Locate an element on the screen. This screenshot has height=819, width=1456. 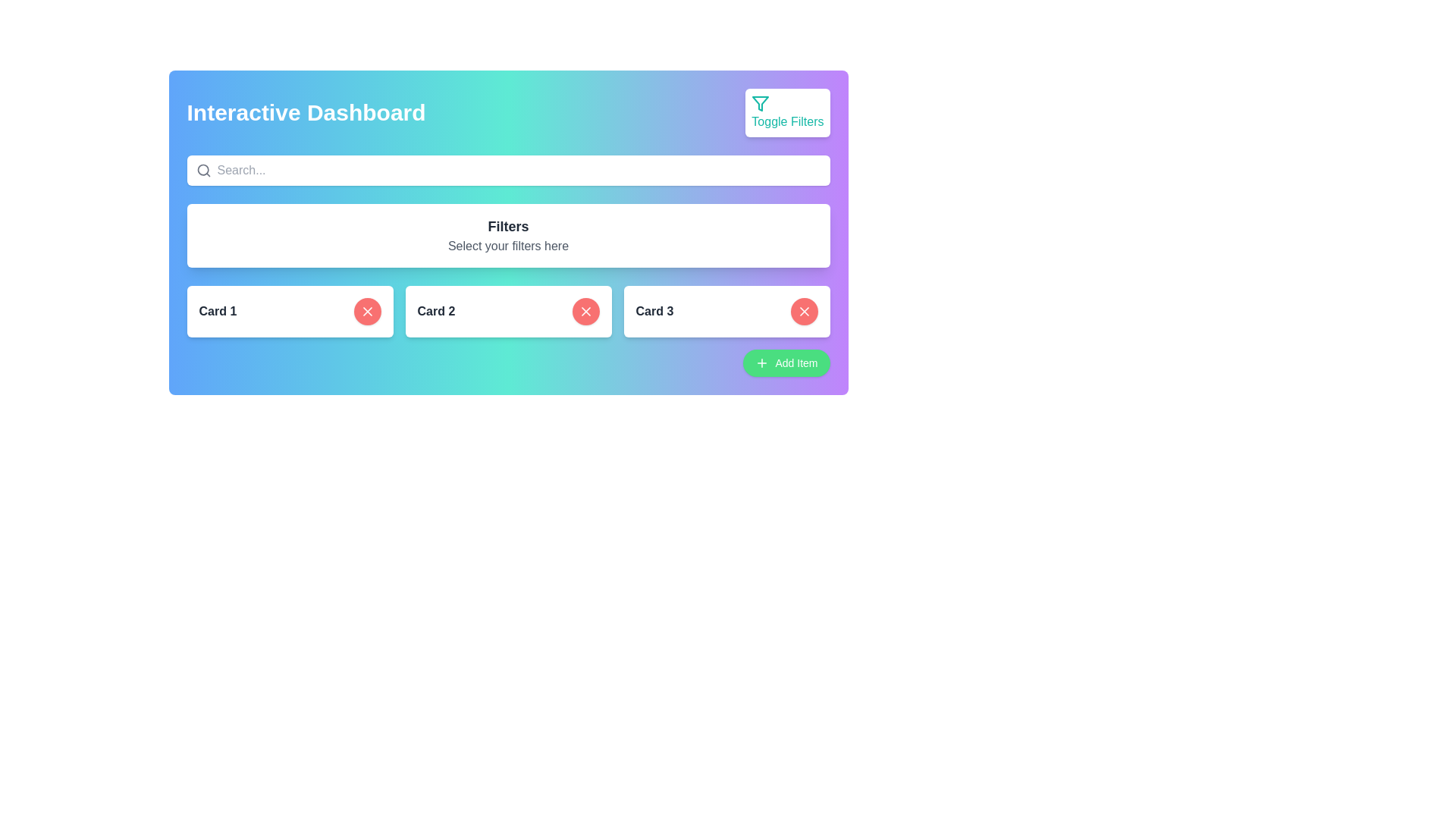
the teal funnel icon representing filter functionalities located in the 'Toggle Filters' component in the top-right corner of the interface is located at coordinates (761, 103).